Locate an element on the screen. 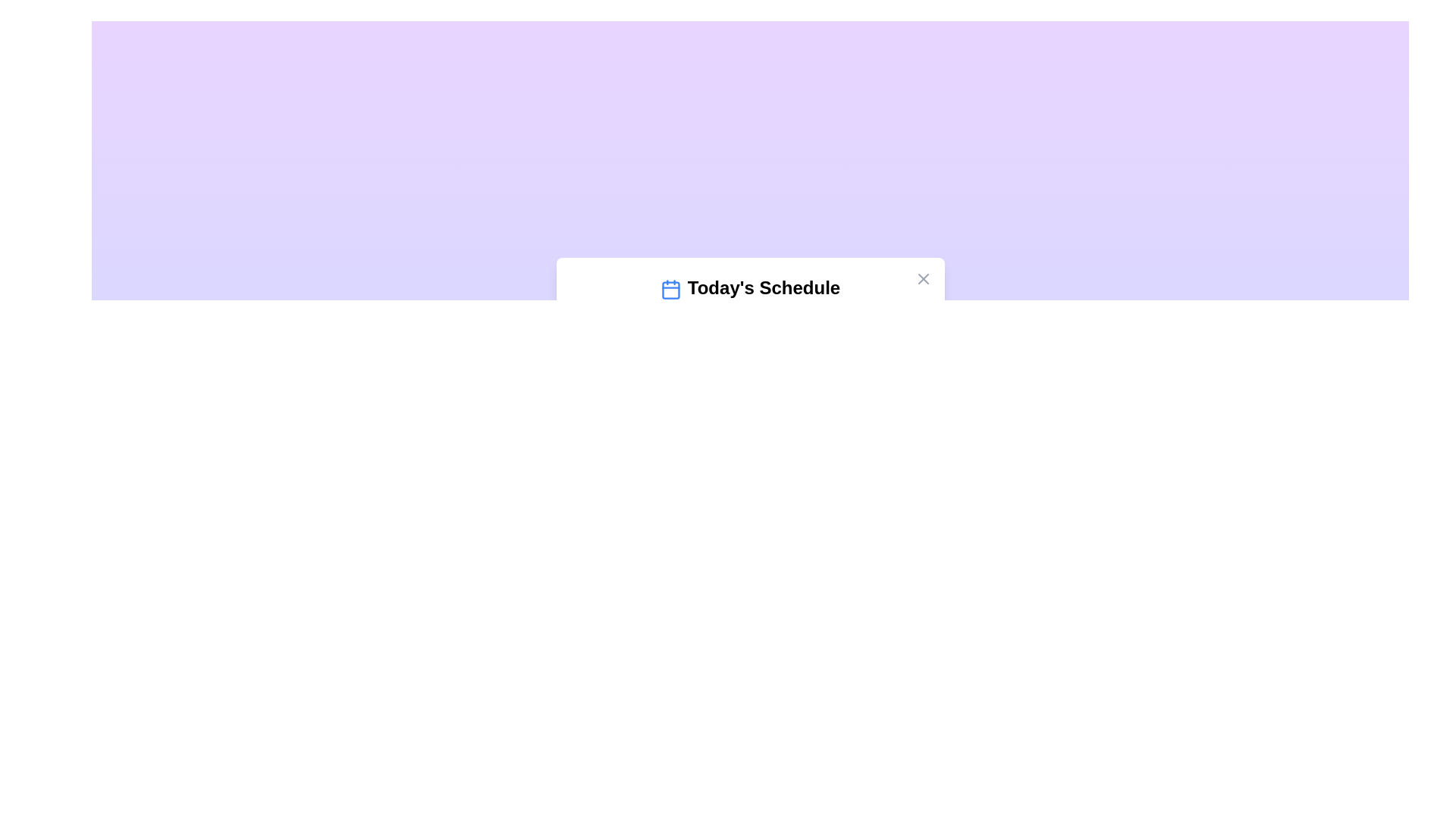 Image resolution: width=1456 pixels, height=819 pixels. the calendar icon located to the left of the text 'Today's Schedule' for additional actions is located at coordinates (670, 289).